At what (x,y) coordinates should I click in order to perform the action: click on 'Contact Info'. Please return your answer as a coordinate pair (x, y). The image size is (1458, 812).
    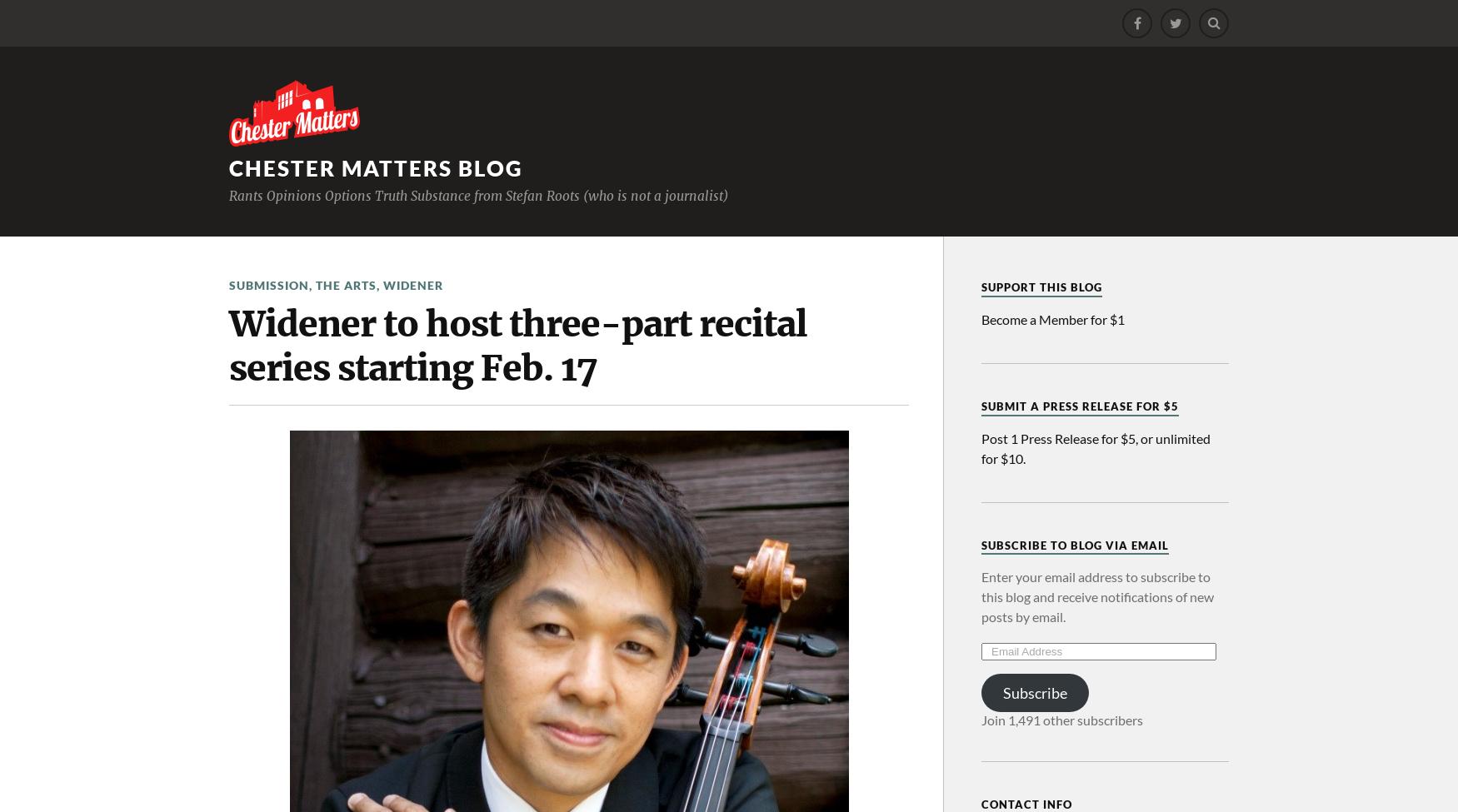
    Looking at the image, I should click on (1026, 804).